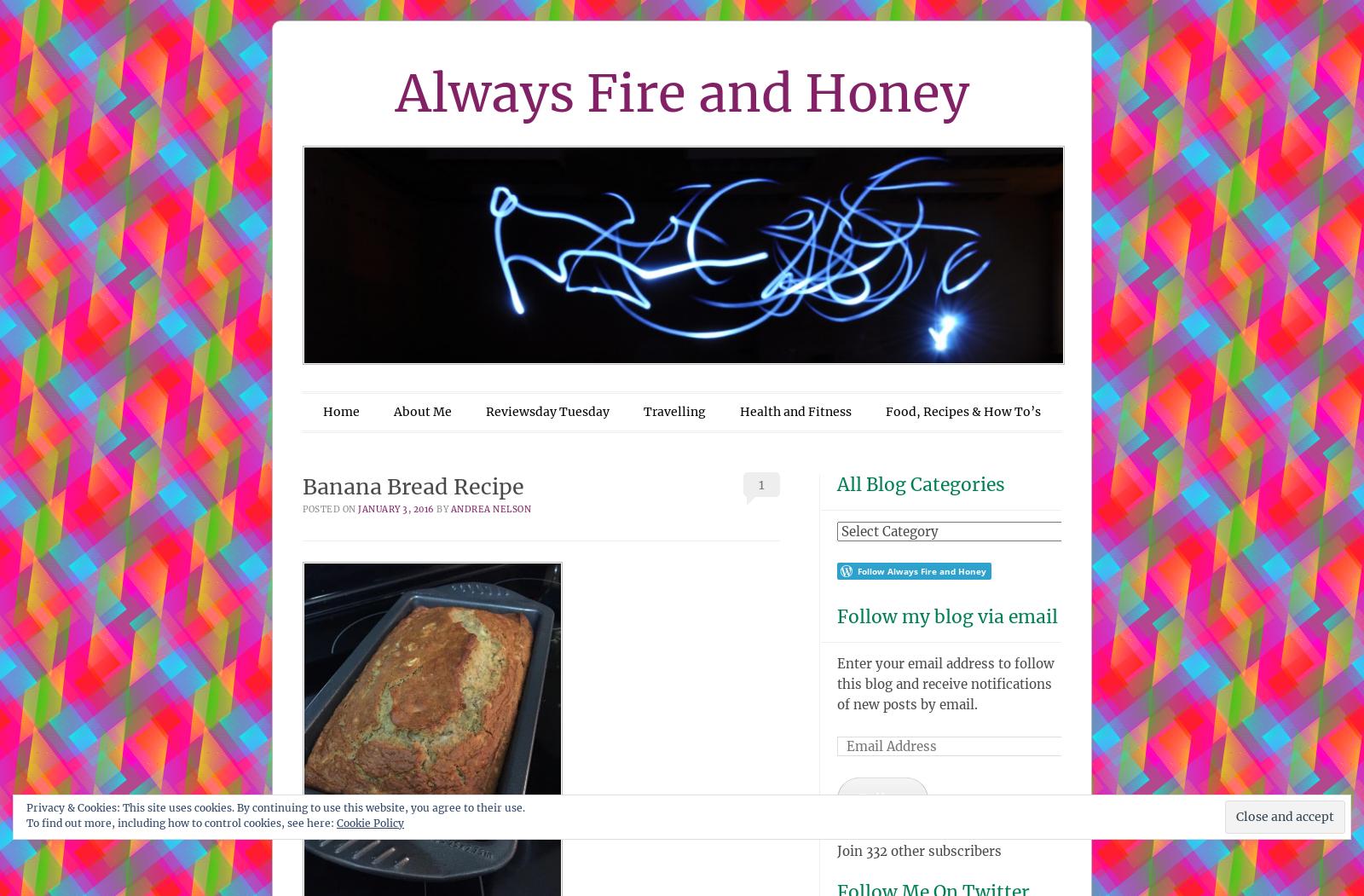  I want to click on 'Banana Bread Recipe', so click(415, 485).